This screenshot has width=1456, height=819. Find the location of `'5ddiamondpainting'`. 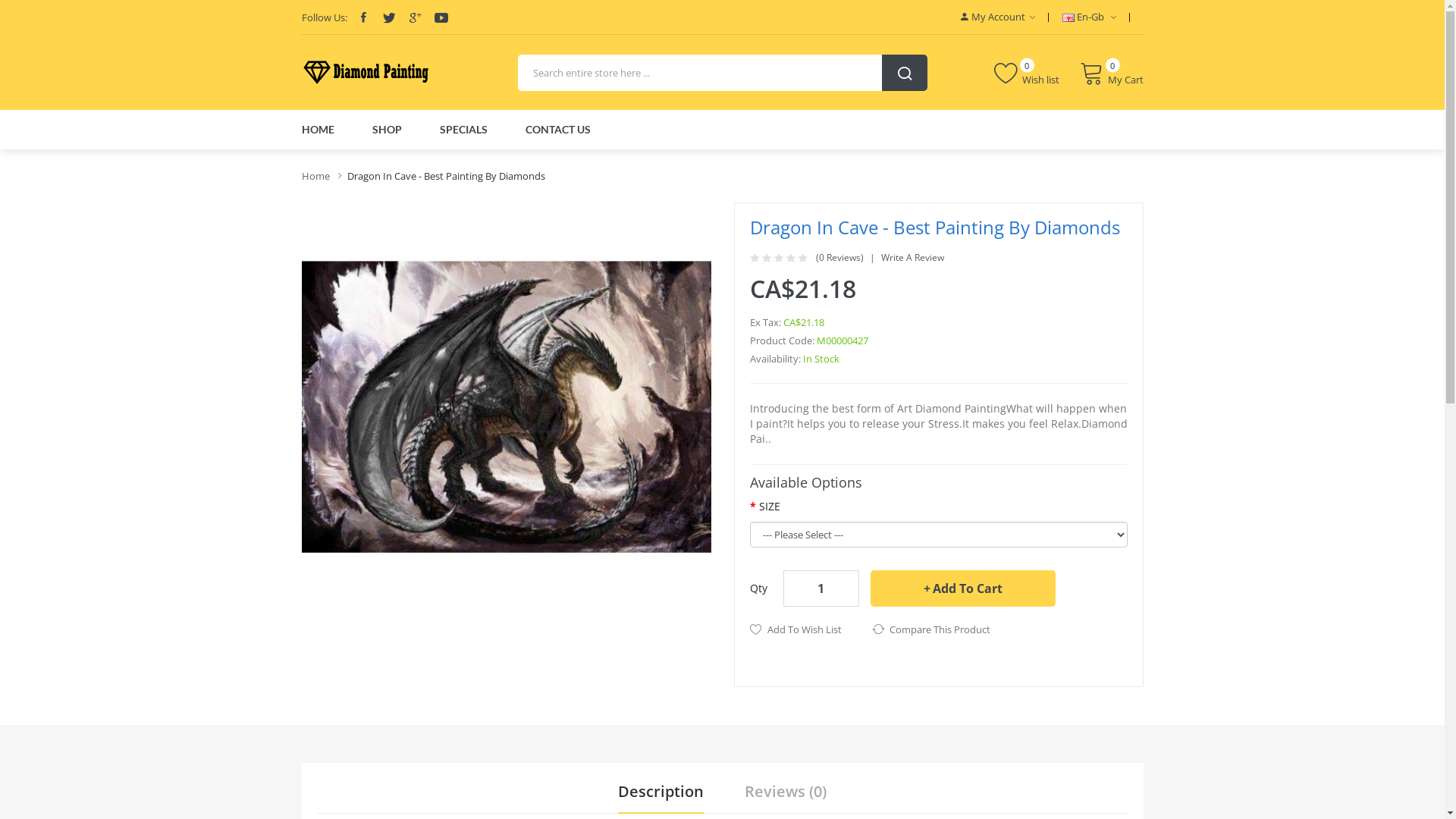

'5ddiamondpainting' is located at coordinates (366, 72).